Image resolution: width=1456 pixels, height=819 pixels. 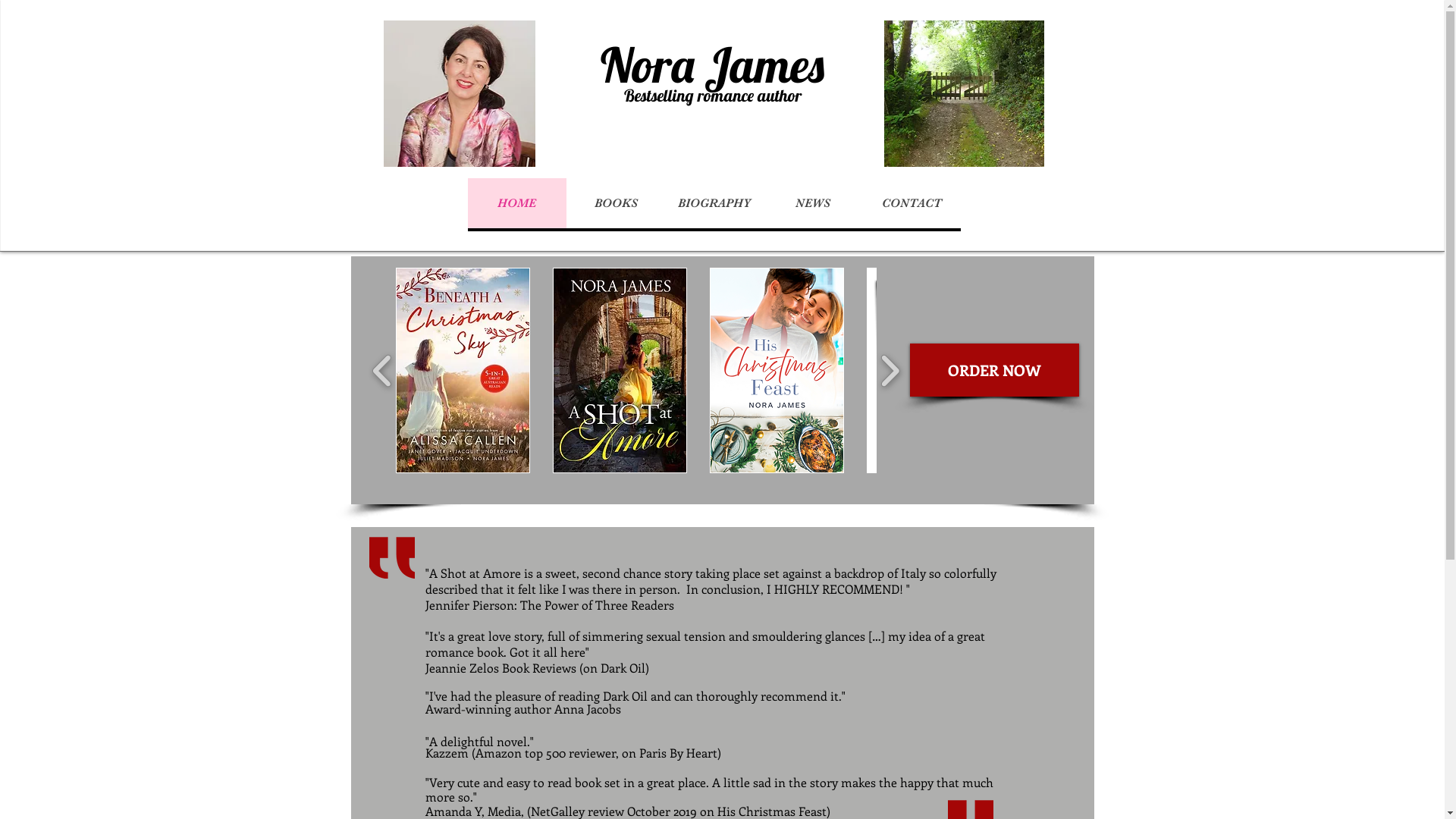 What do you see at coordinates (615, 202) in the screenshot?
I see `'BOOKS'` at bounding box center [615, 202].